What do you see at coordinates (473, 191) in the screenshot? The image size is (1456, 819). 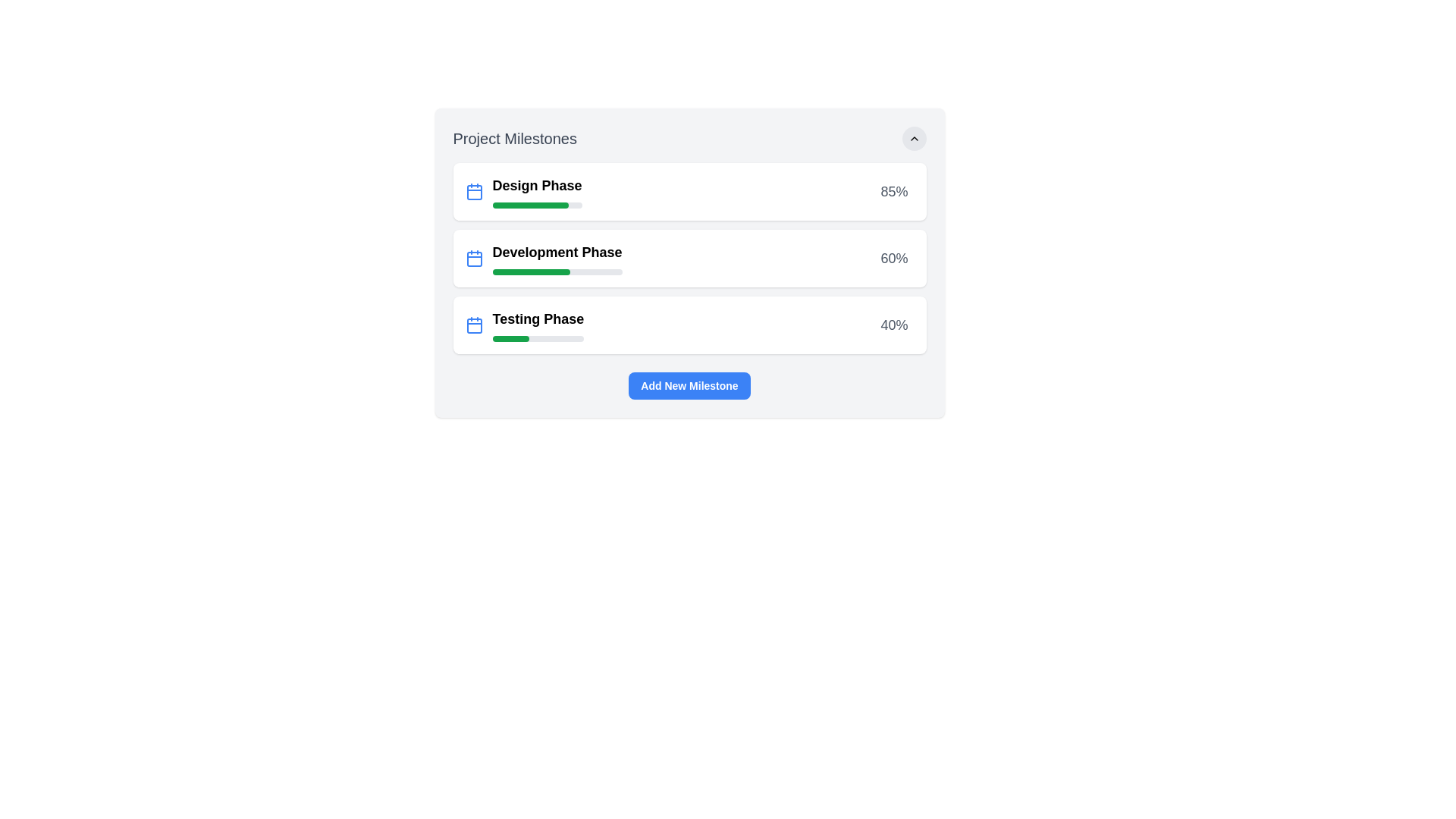 I see `the blue calendar icon located to the left of the 'Design Phase' text in the topmost milestone card` at bounding box center [473, 191].